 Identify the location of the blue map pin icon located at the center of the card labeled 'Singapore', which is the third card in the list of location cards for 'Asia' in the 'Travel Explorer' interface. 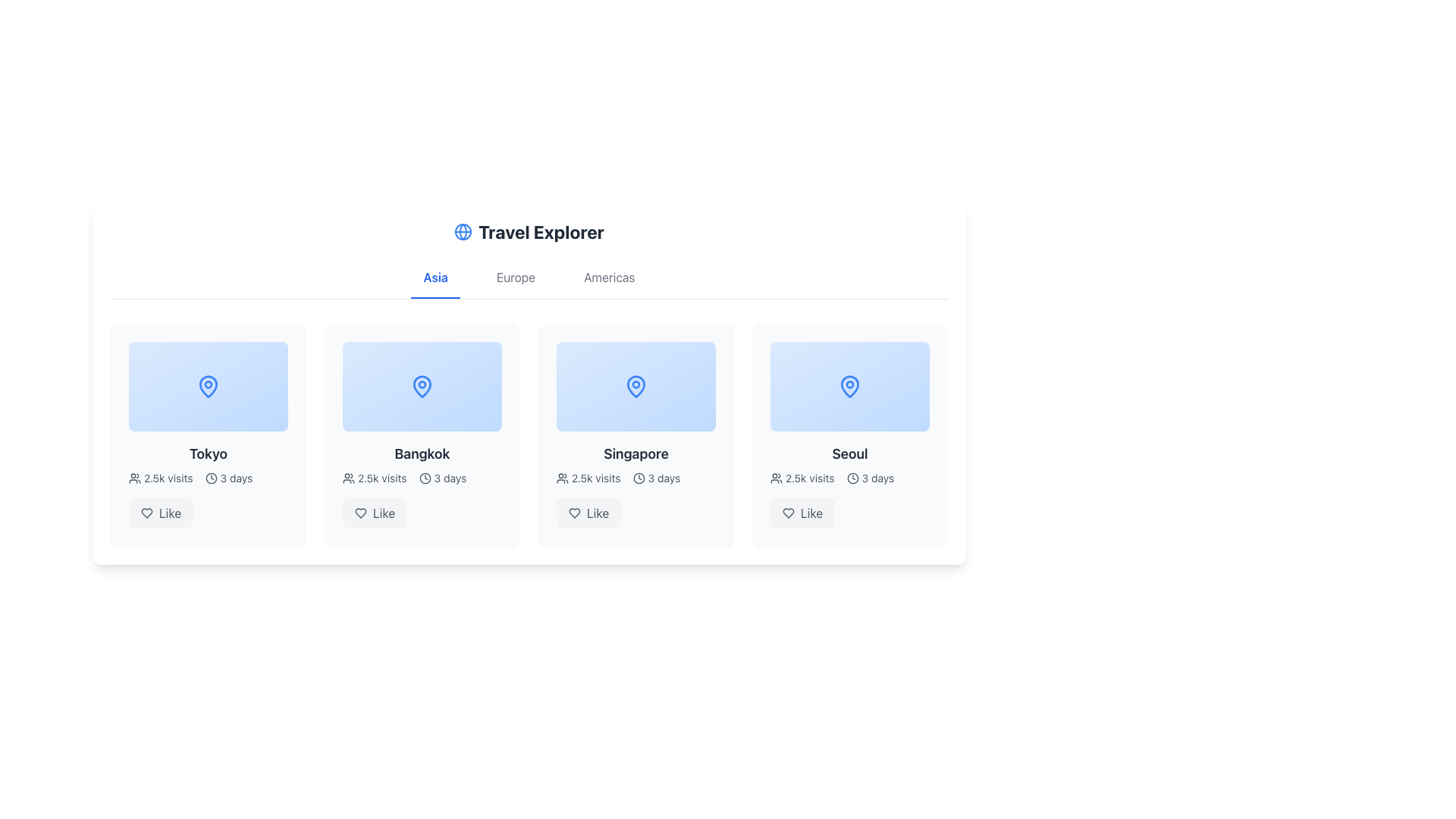
(636, 385).